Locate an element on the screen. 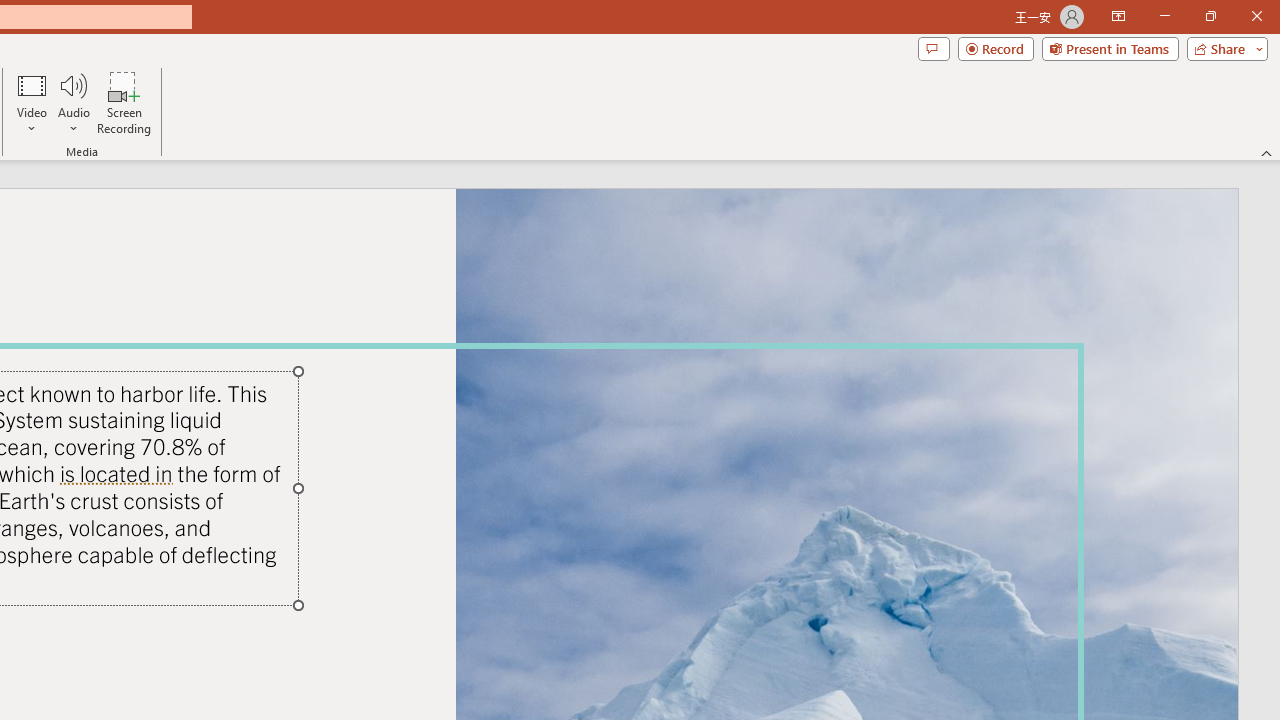 The image size is (1280, 720). 'Audio' is located at coordinates (73, 103).